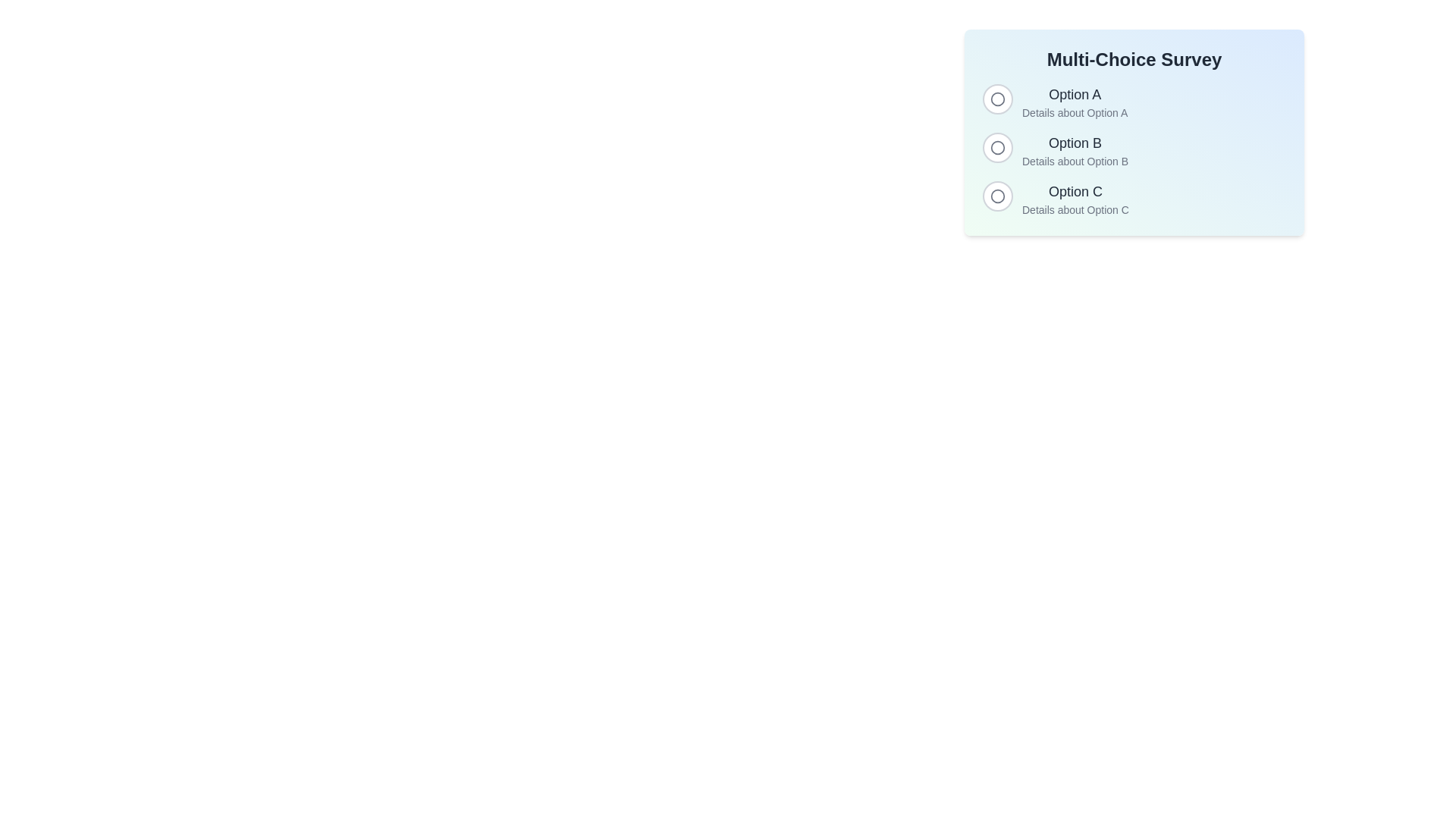  Describe the element at coordinates (1055, 151) in the screenshot. I see `the second option in the Multi-Choice Survey, which is a Text Label with Supporting Description that provides additional details about the selectable option` at that location.